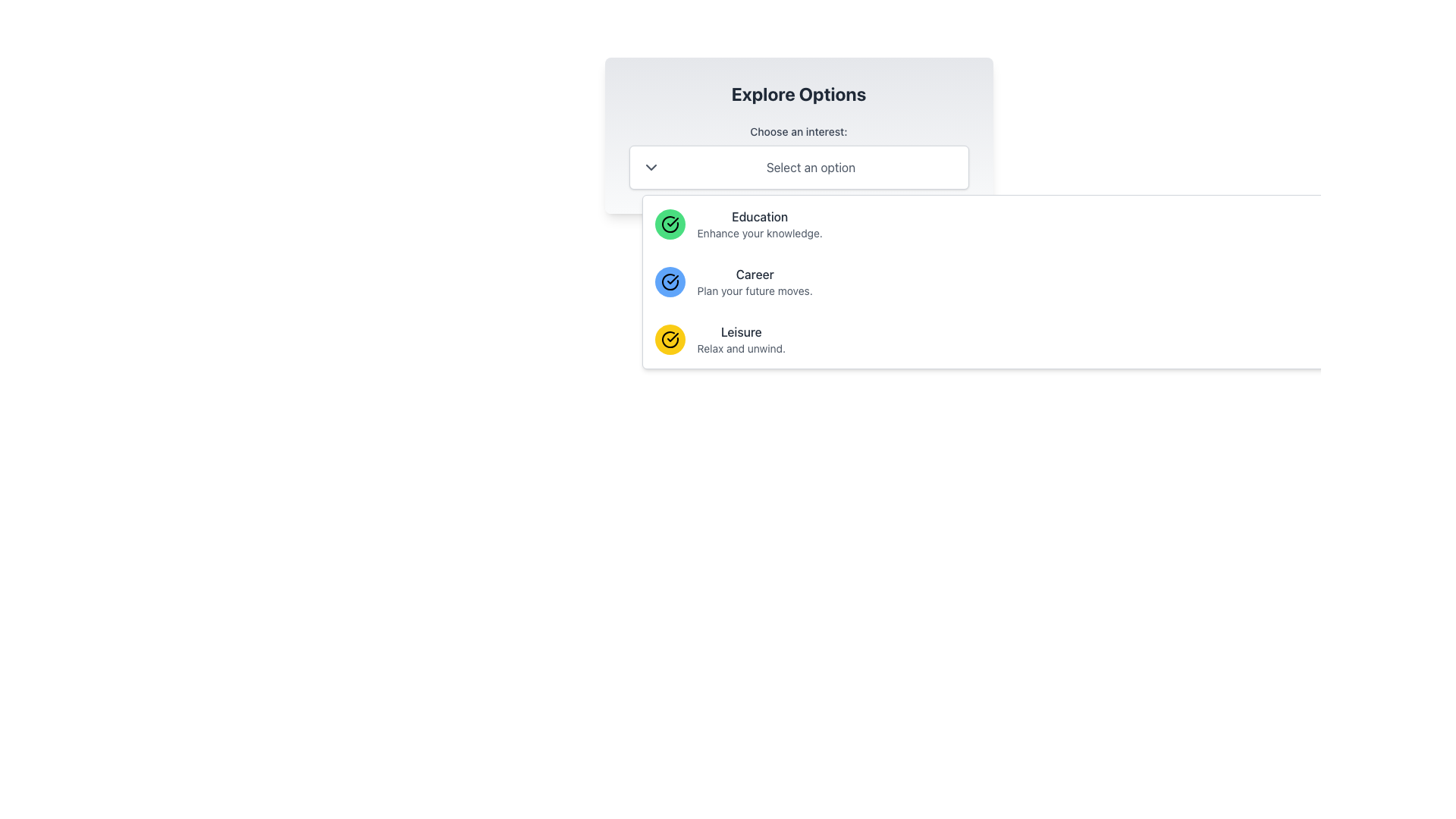 This screenshot has width=1456, height=819. Describe the element at coordinates (741, 338) in the screenshot. I see `to select the 'Leisure' option from the dropdown menu located under 'Select an option' in the 'Explore Options' section` at that location.